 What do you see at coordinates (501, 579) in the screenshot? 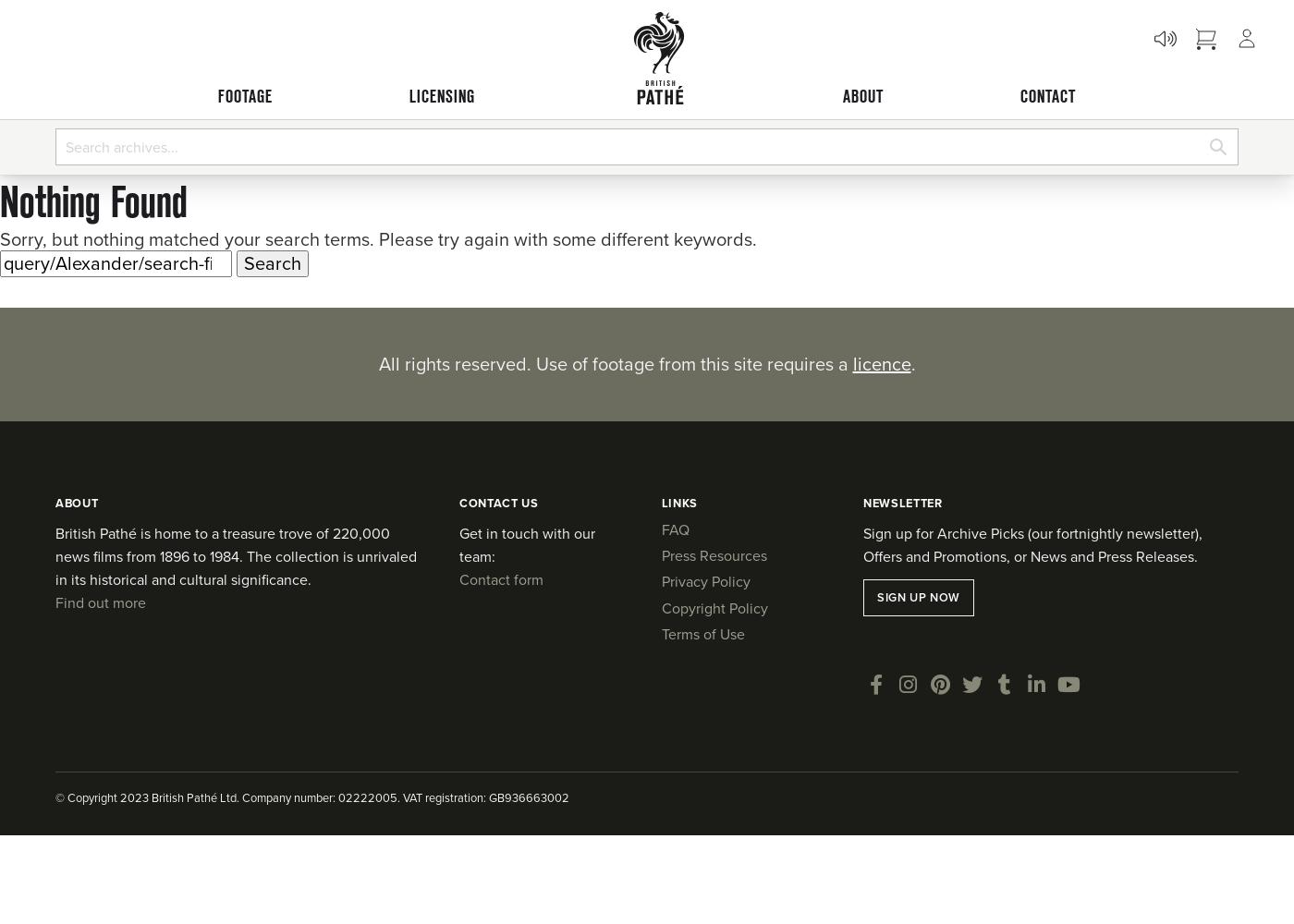
I see `'Contact form'` at bounding box center [501, 579].